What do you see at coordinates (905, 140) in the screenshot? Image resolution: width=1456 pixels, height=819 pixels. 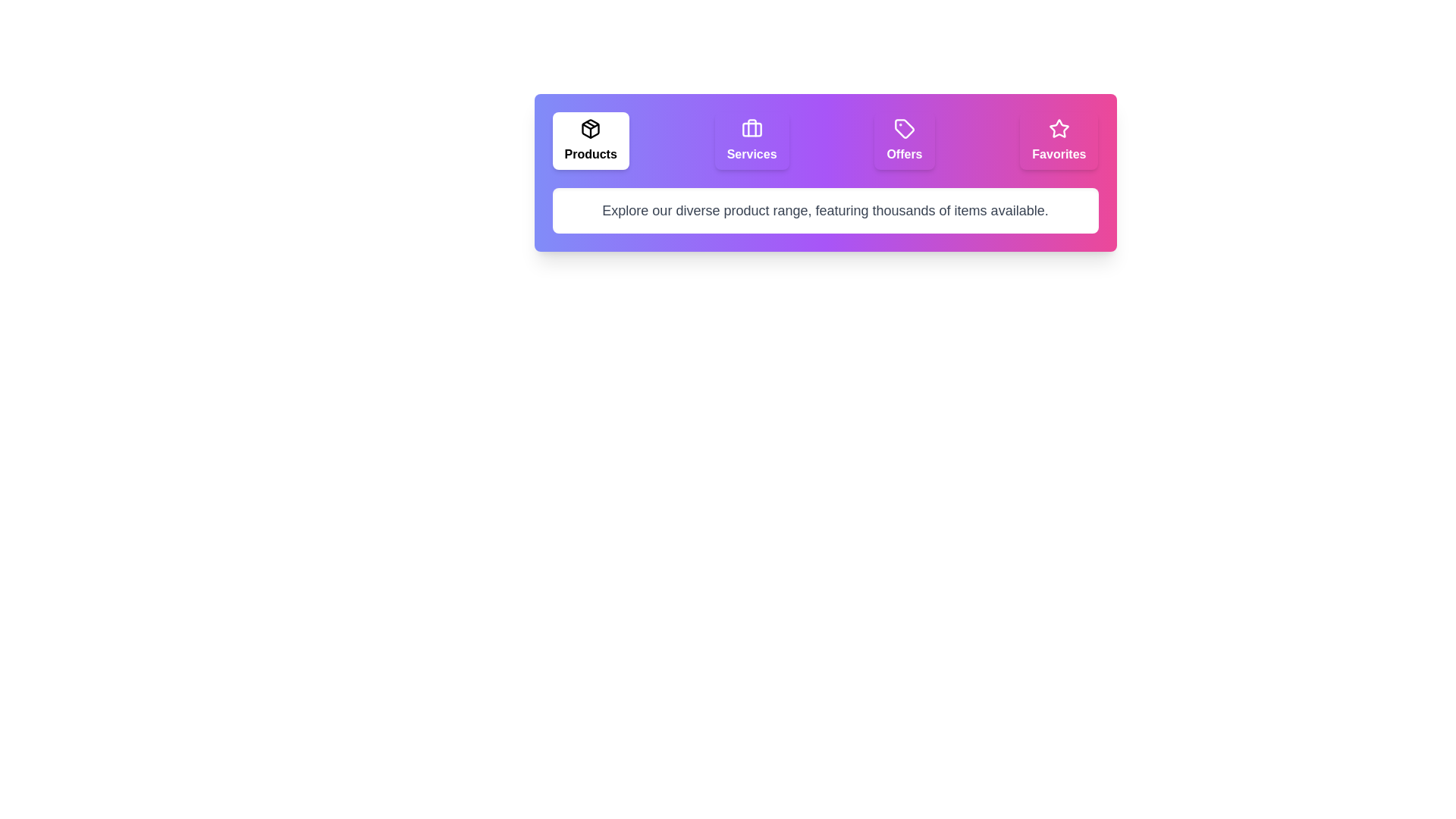 I see `the tab labeled 'Offers' to display its description` at bounding box center [905, 140].